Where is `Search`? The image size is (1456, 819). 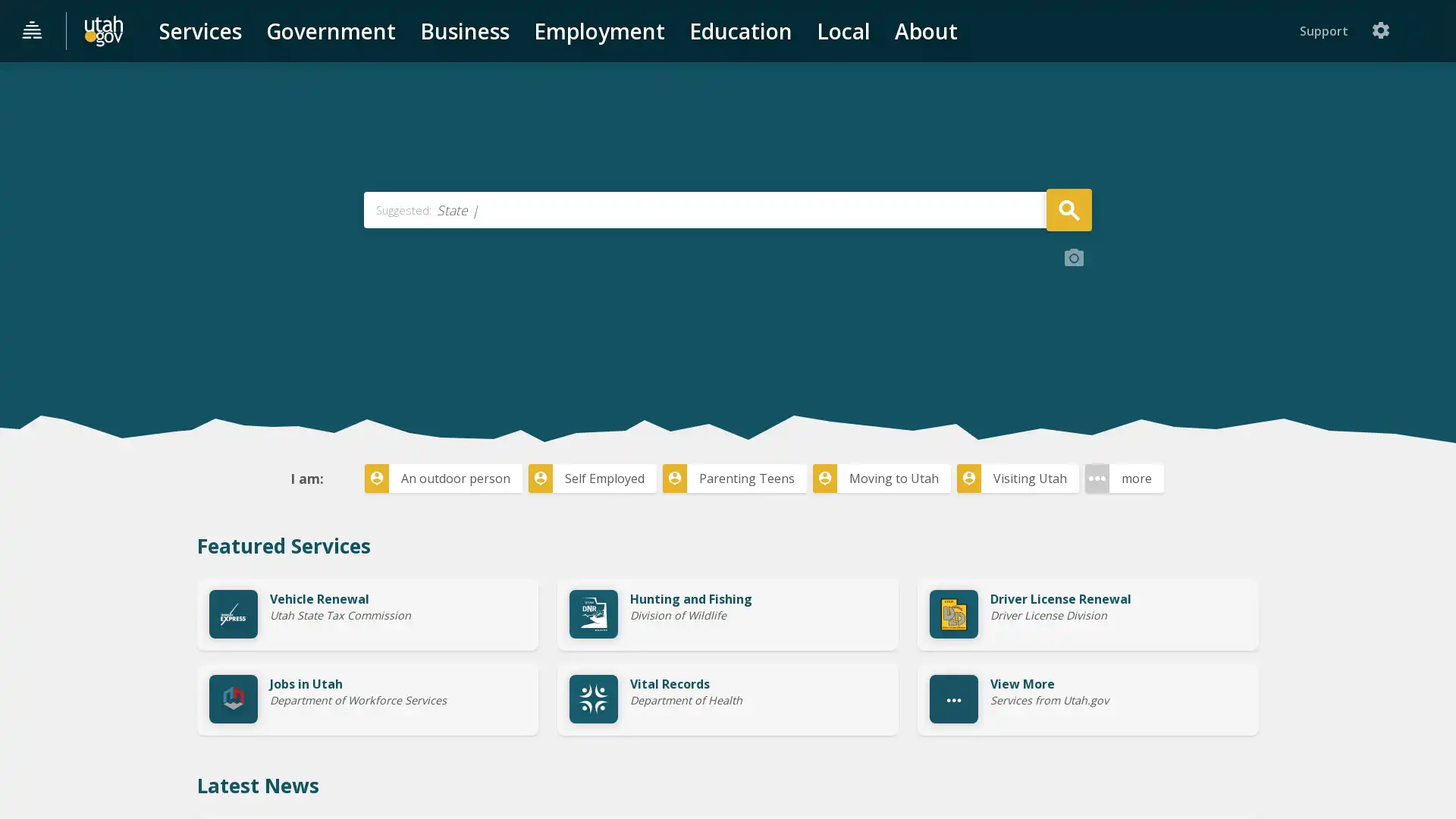
Search is located at coordinates (1068, 321).